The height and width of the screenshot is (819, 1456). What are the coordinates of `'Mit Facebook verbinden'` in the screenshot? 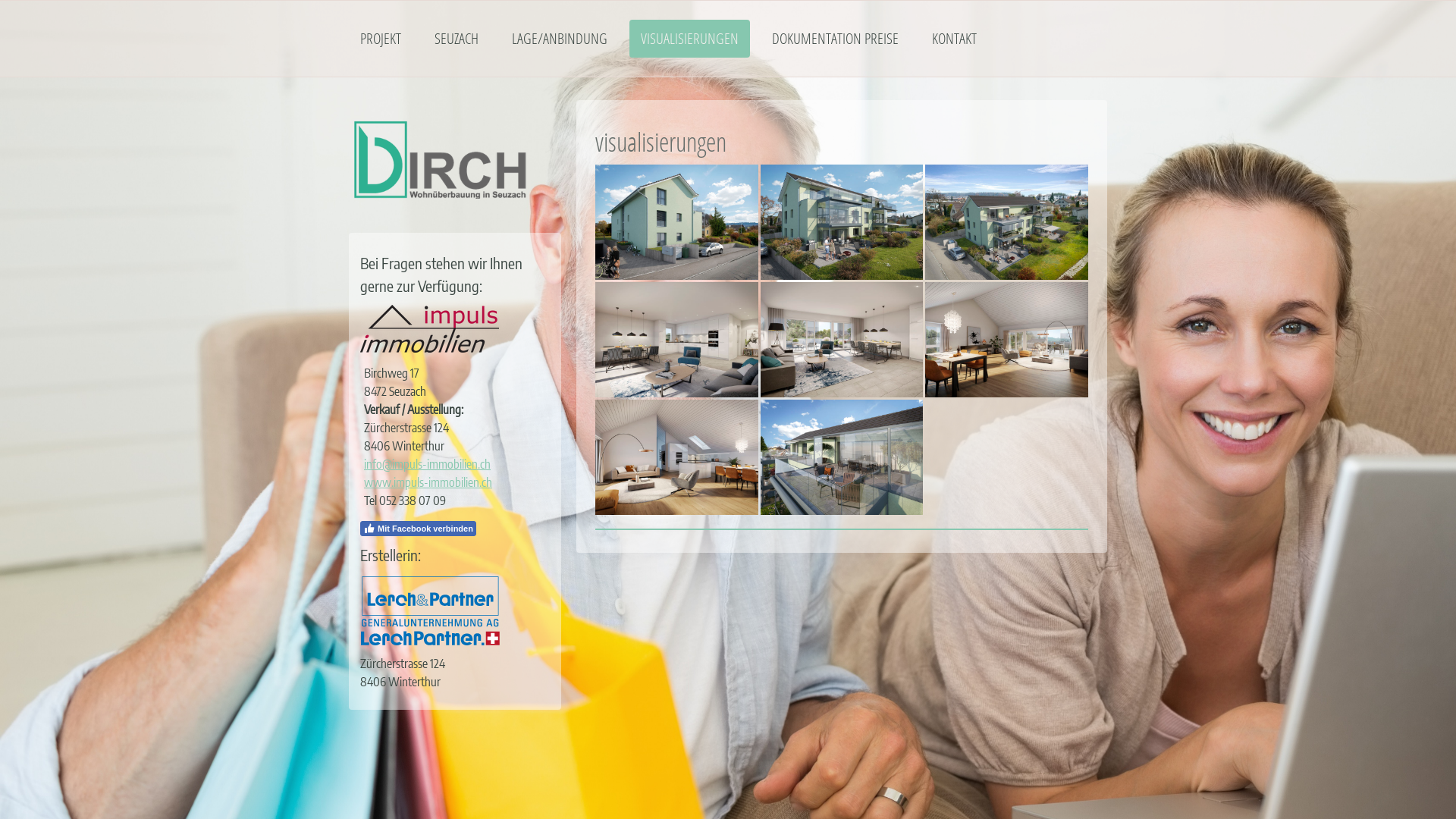 It's located at (418, 528).